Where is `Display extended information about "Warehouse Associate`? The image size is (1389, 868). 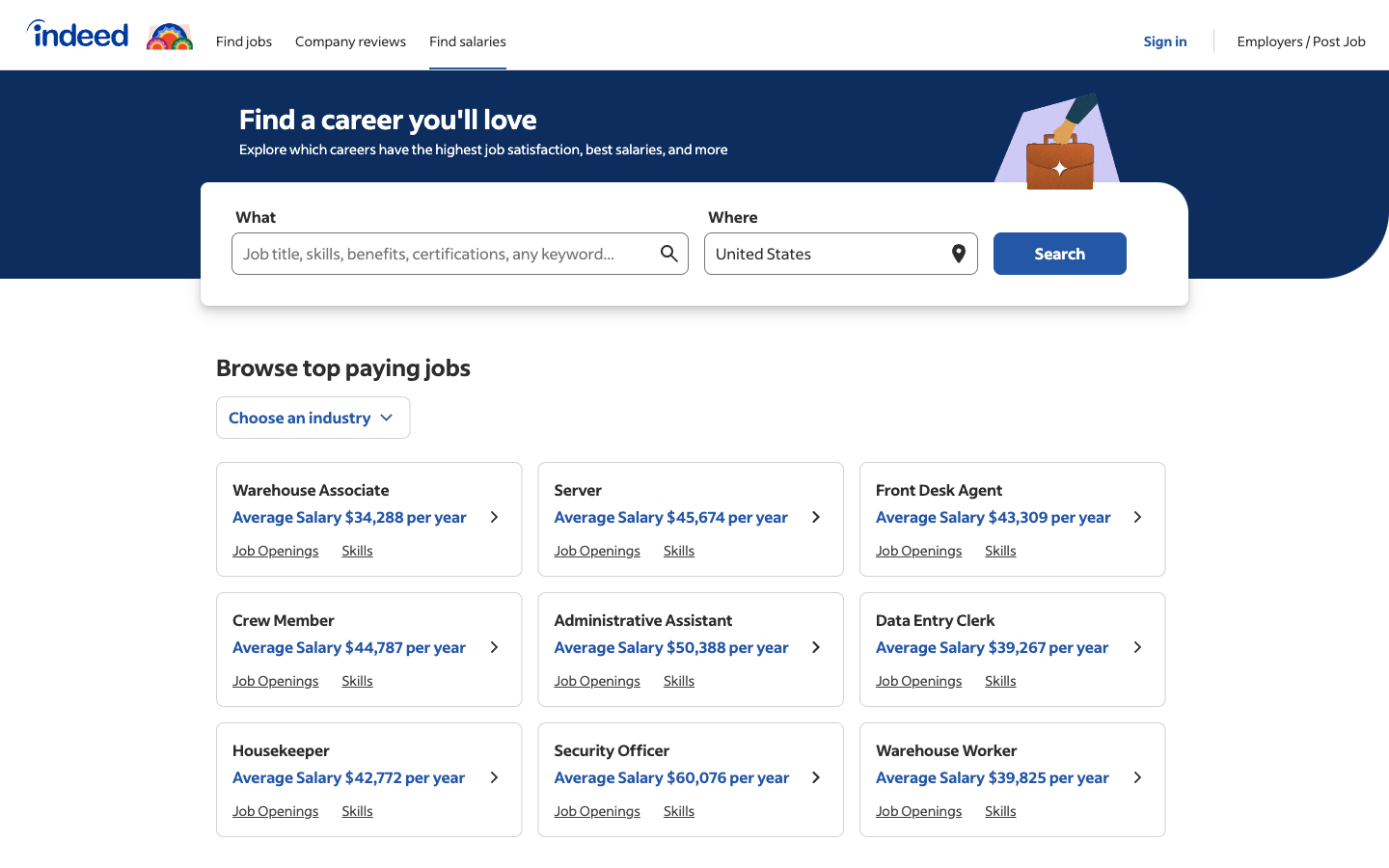 Display extended information about "Warehouse Associate is located at coordinates (493, 518).